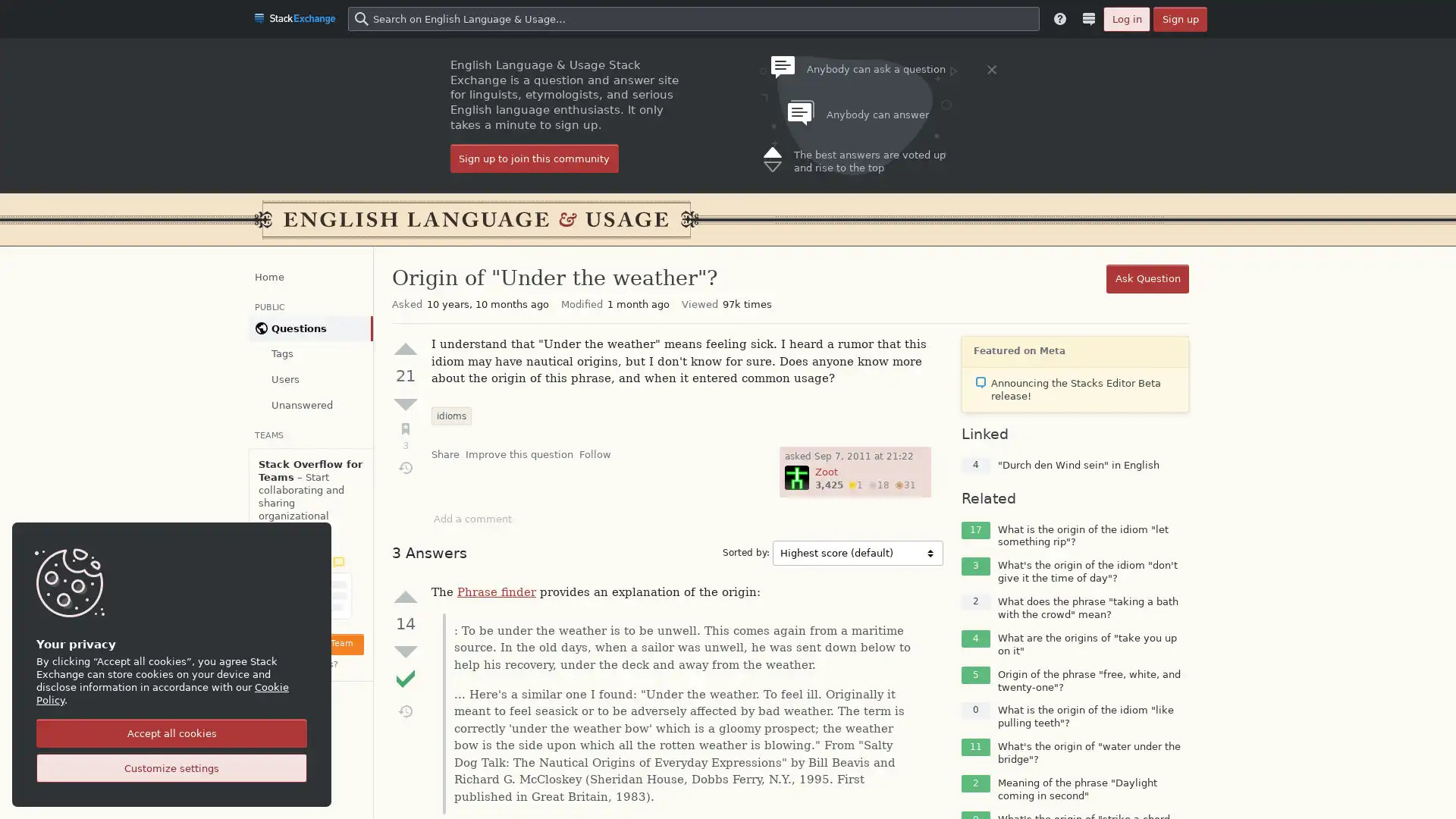 This screenshot has height=819, width=1456. Describe the element at coordinates (405, 595) in the screenshot. I see `Up vote` at that location.